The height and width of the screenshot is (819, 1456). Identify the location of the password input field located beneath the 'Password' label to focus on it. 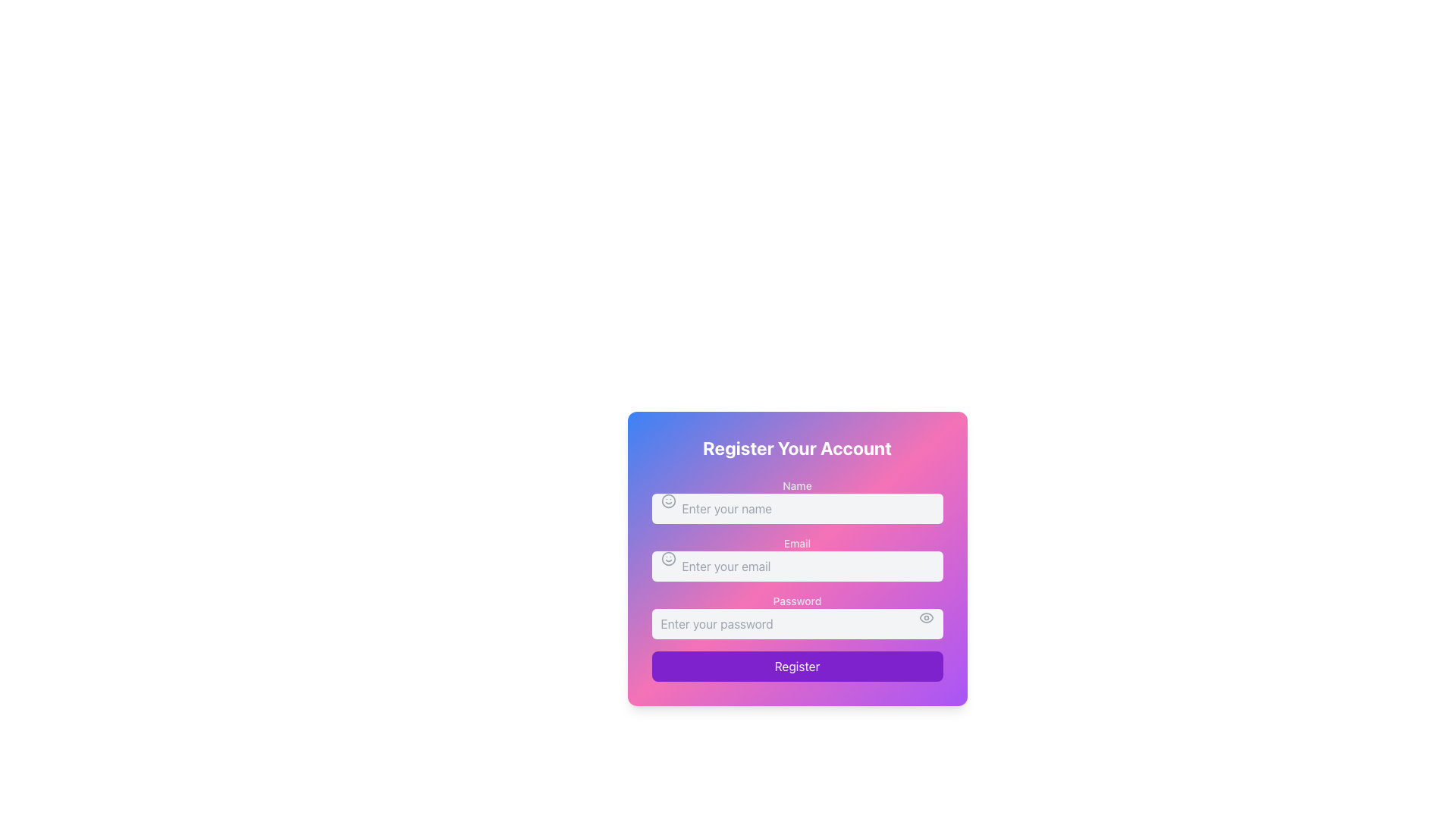
(796, 617).